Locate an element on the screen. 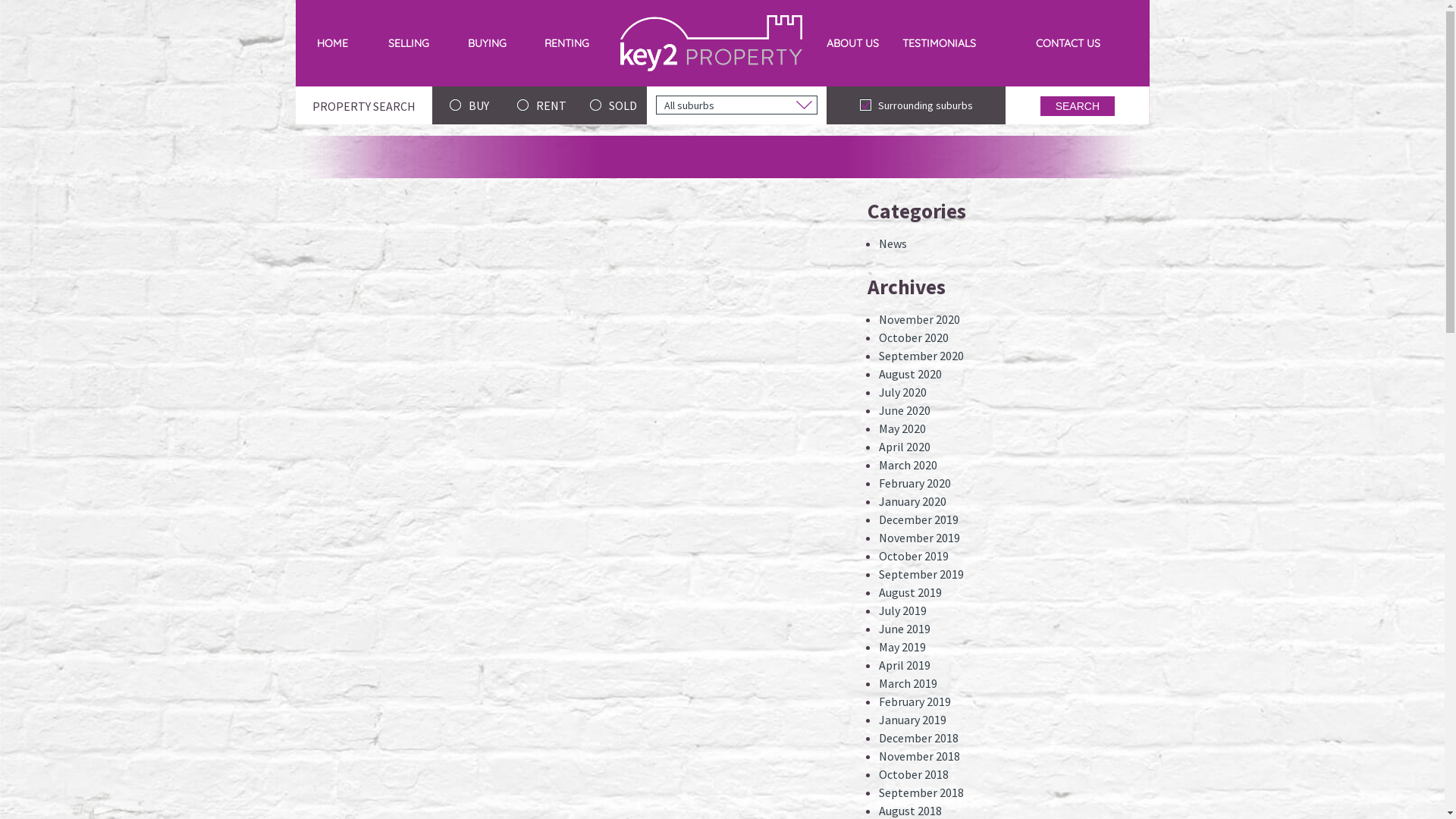 This screenshot has height=819, width=1456. 'ABOUT US' is located at coordinates (852, 42).